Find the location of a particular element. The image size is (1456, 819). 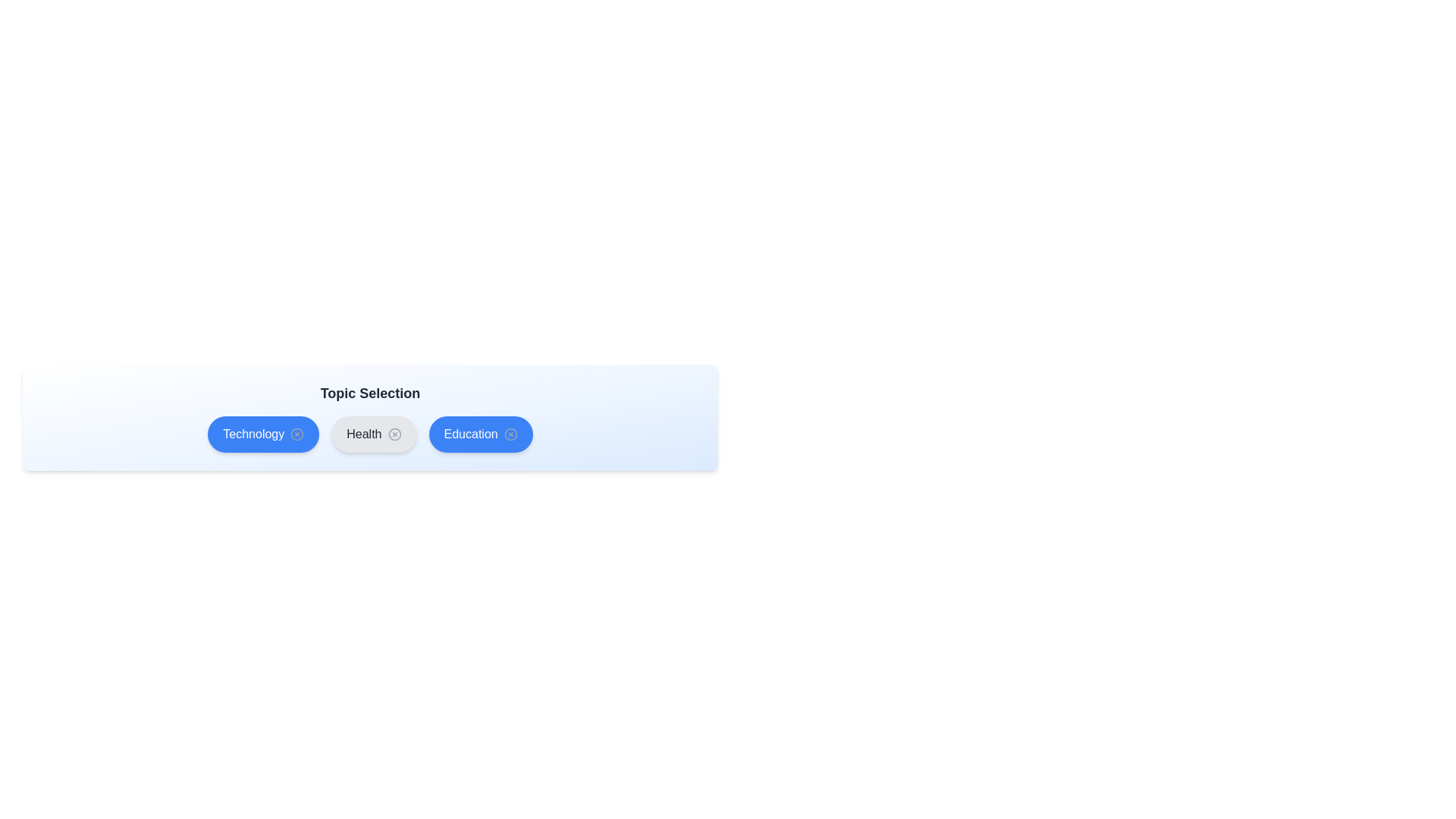

the topic Technology by clicking on it is located at coordinates (263, 435).